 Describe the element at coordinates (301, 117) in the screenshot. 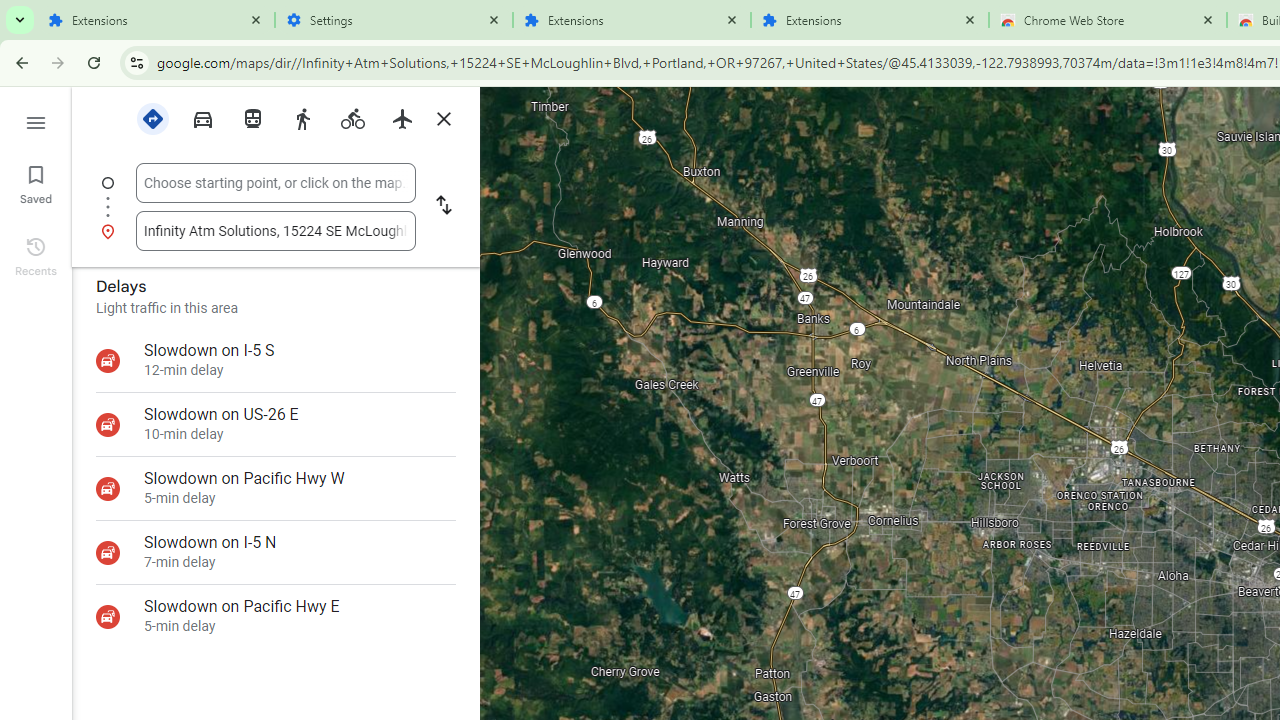

I see `'Walking'` at that location.